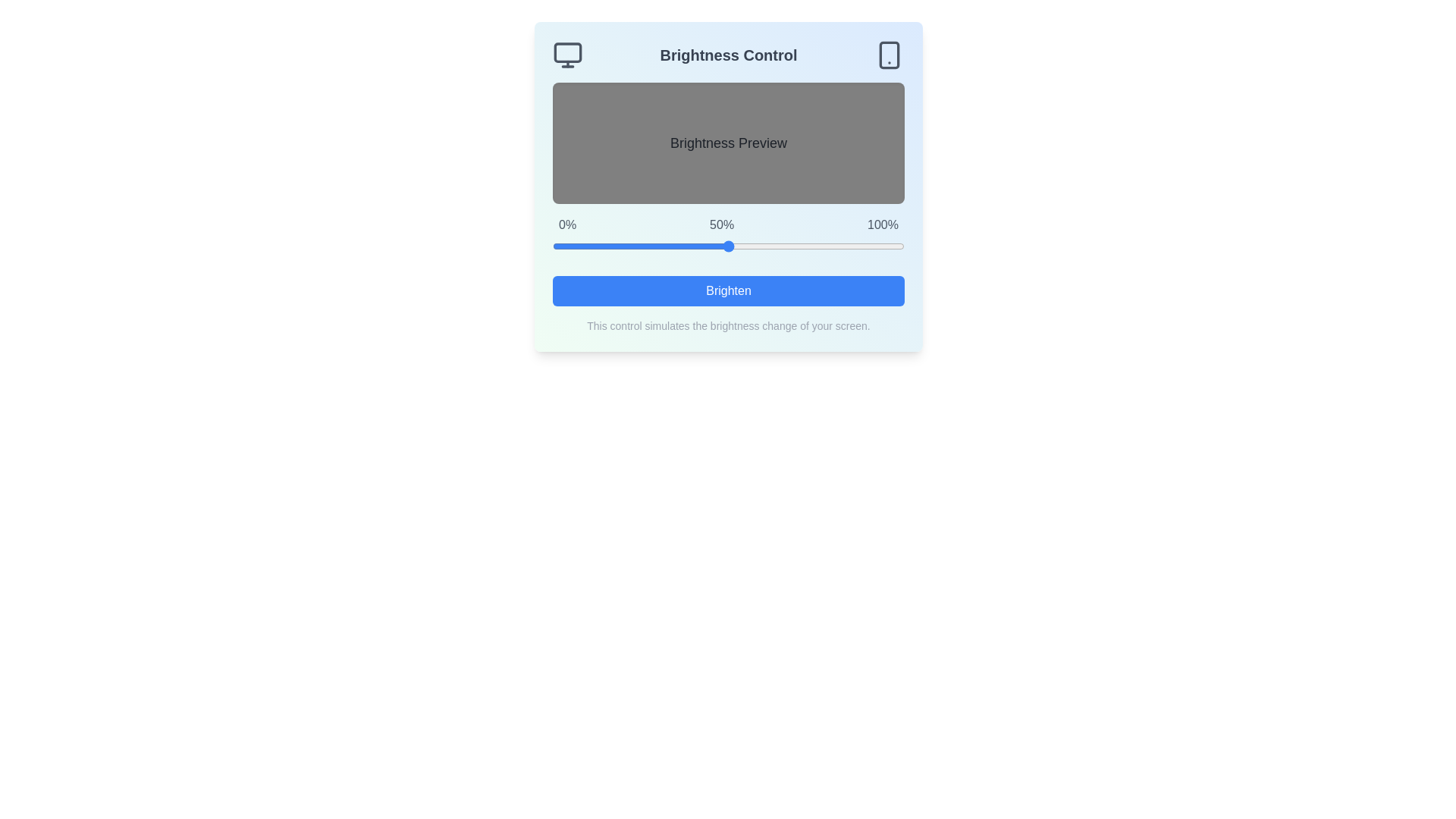  I want to click on the brightness slider to 60%, so click(764, 245).